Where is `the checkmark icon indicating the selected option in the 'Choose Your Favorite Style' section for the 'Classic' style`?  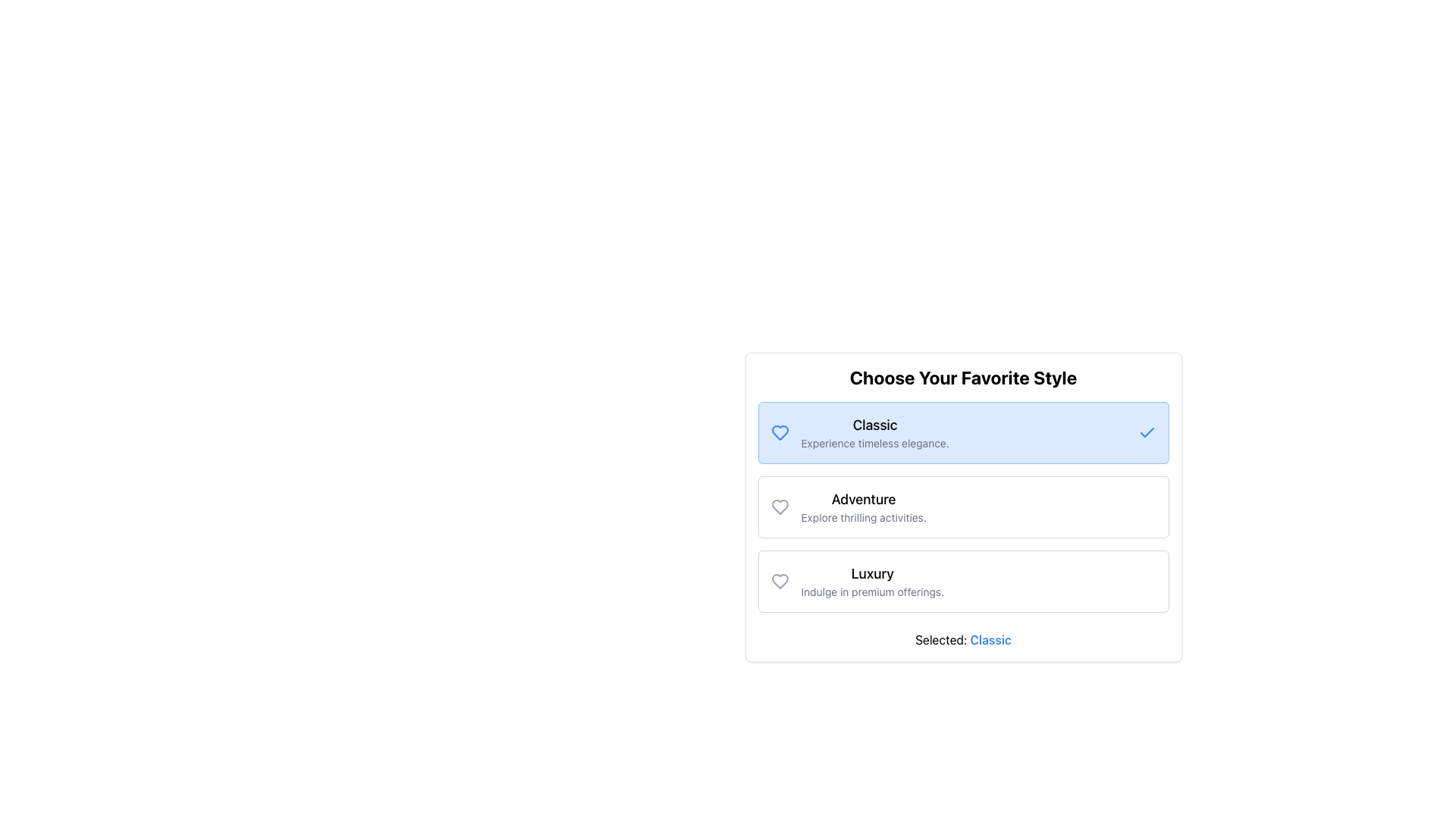 the checkmark icon indicating the selected option in the 'Choose Your Favorite Style' section for the 'Classic' style is located at coordinates (1147, 432).